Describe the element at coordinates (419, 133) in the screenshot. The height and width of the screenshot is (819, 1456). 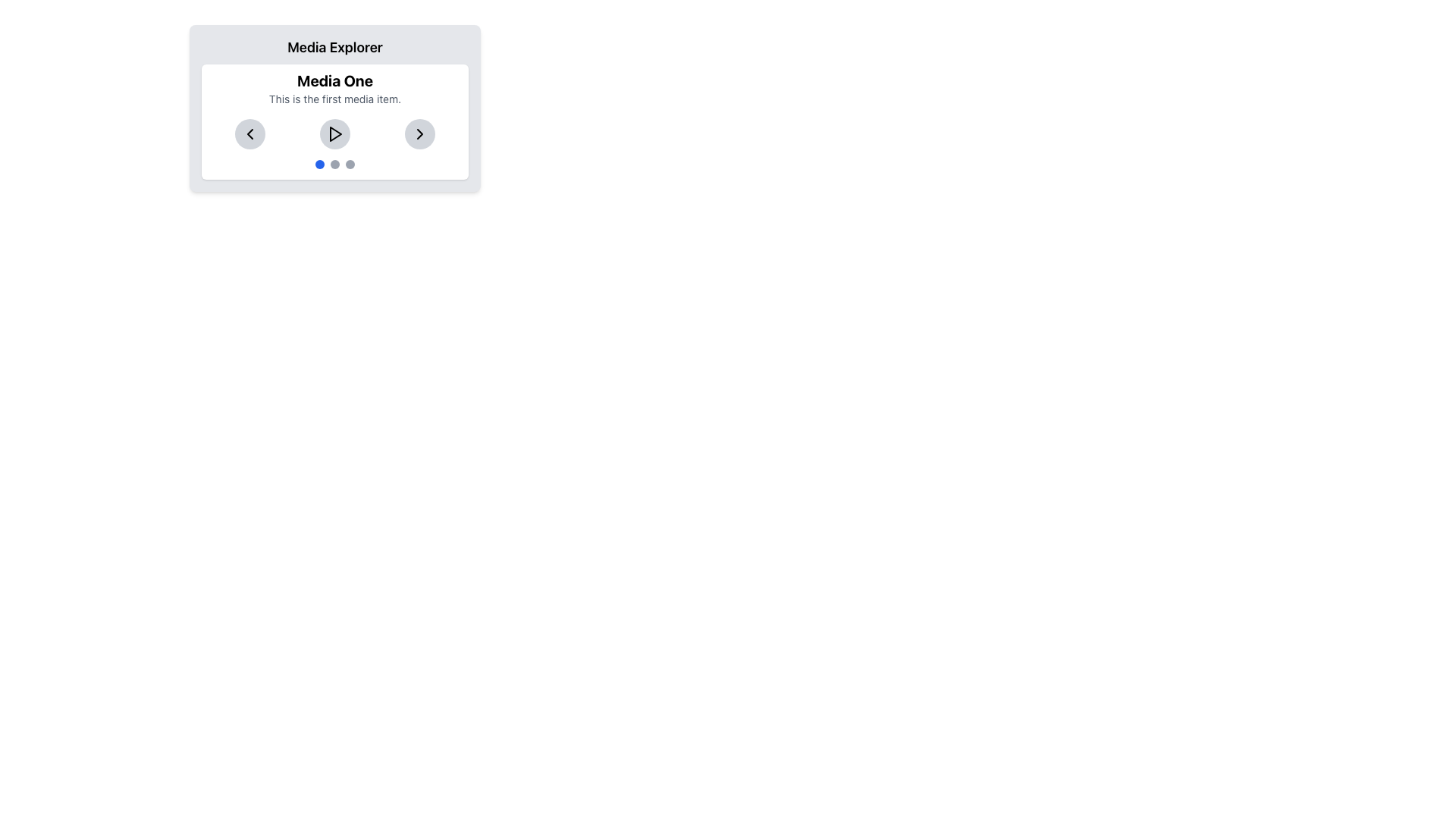
I see `the chevron arrow icon on the right side of the navigational controls` at that location.